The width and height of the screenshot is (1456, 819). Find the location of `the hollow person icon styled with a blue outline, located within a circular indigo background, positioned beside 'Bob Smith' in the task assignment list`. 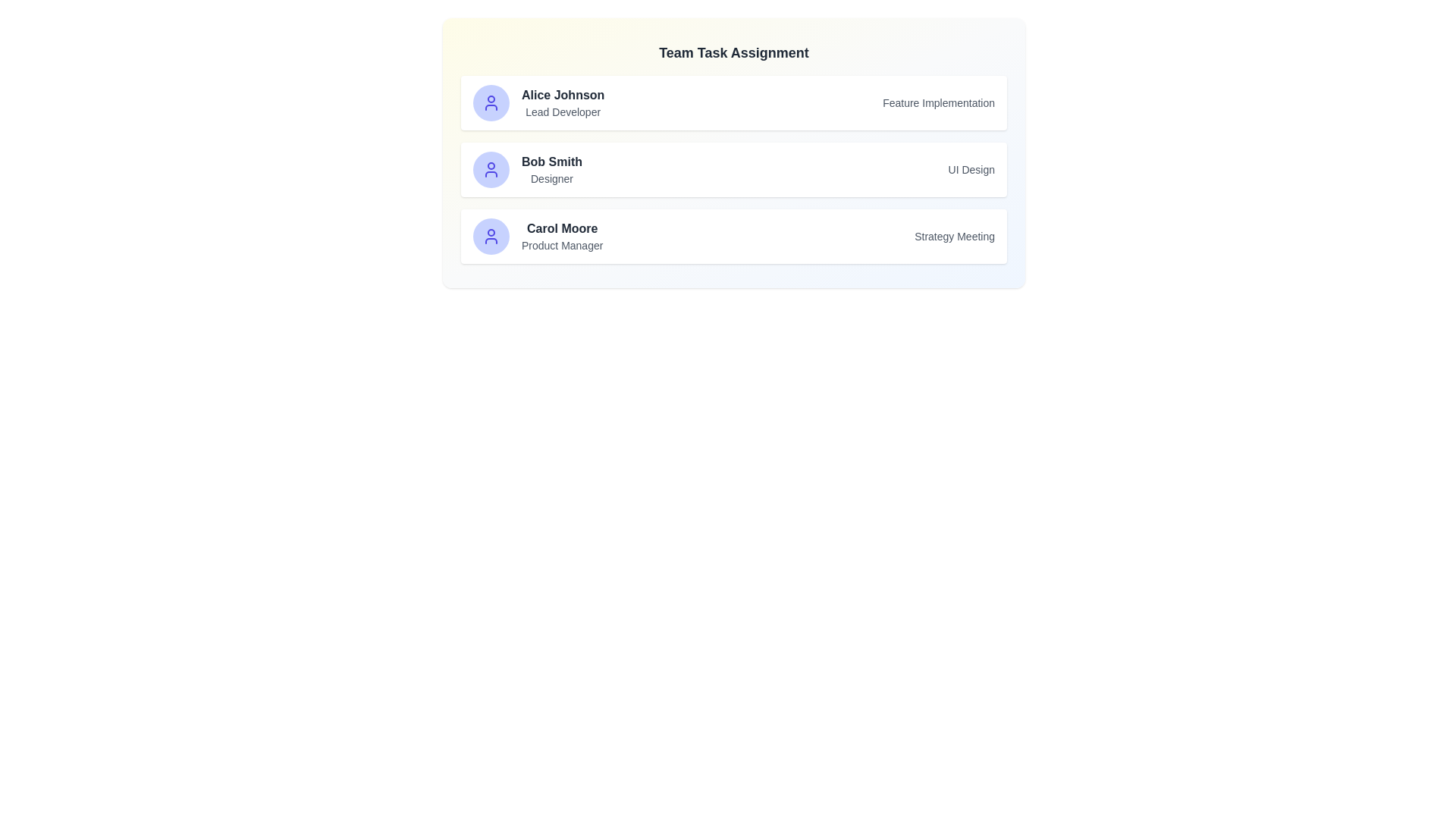

the hollow person icon styled with a blue outline, located within a circular indigo background, positioned beside 'Bob Smith' in the task assignment list is located at coordinates (491, 169).